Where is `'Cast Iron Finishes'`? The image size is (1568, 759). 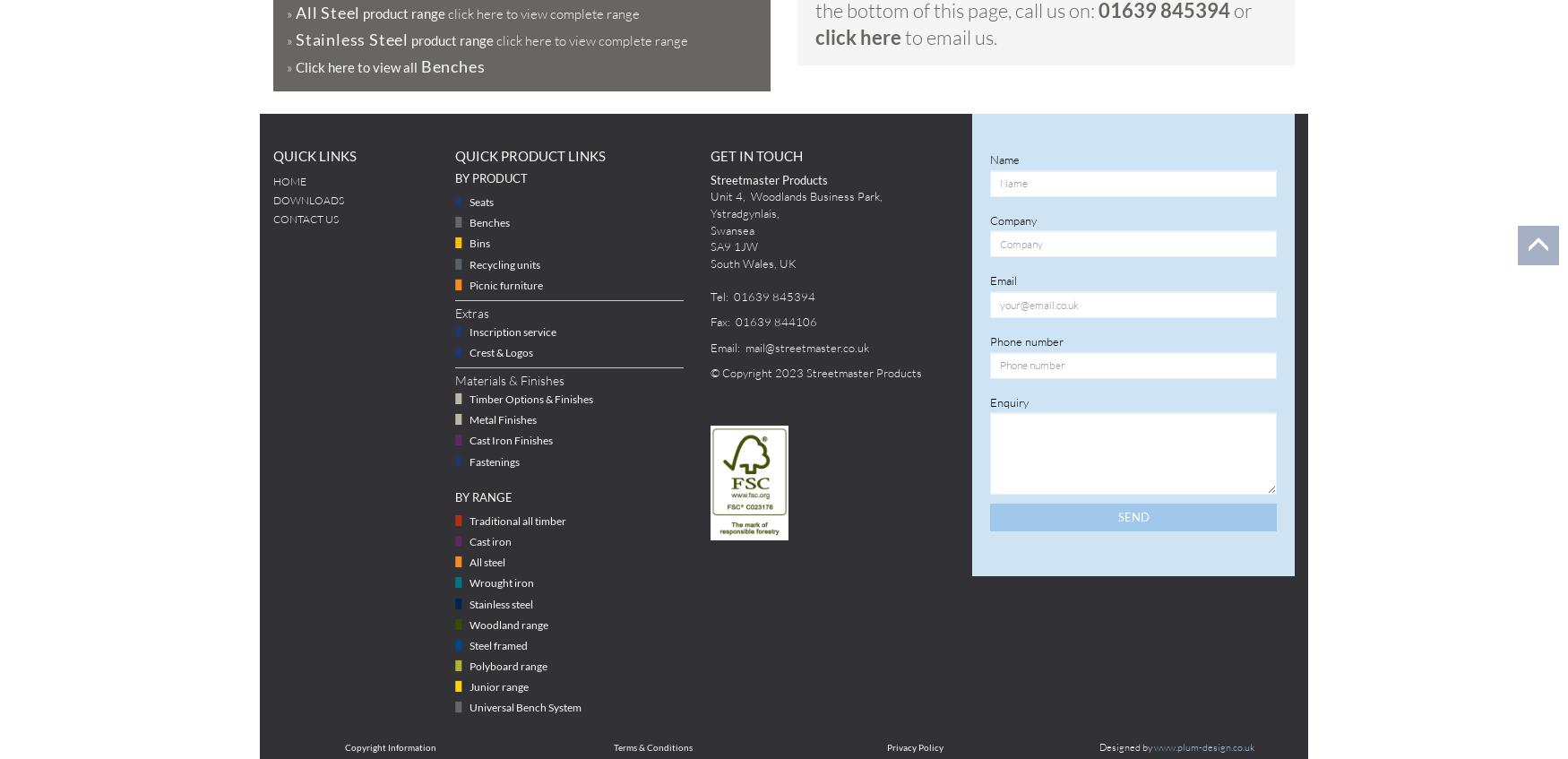 'Cast Iron Finishes' is located at coordinates (511, 439).